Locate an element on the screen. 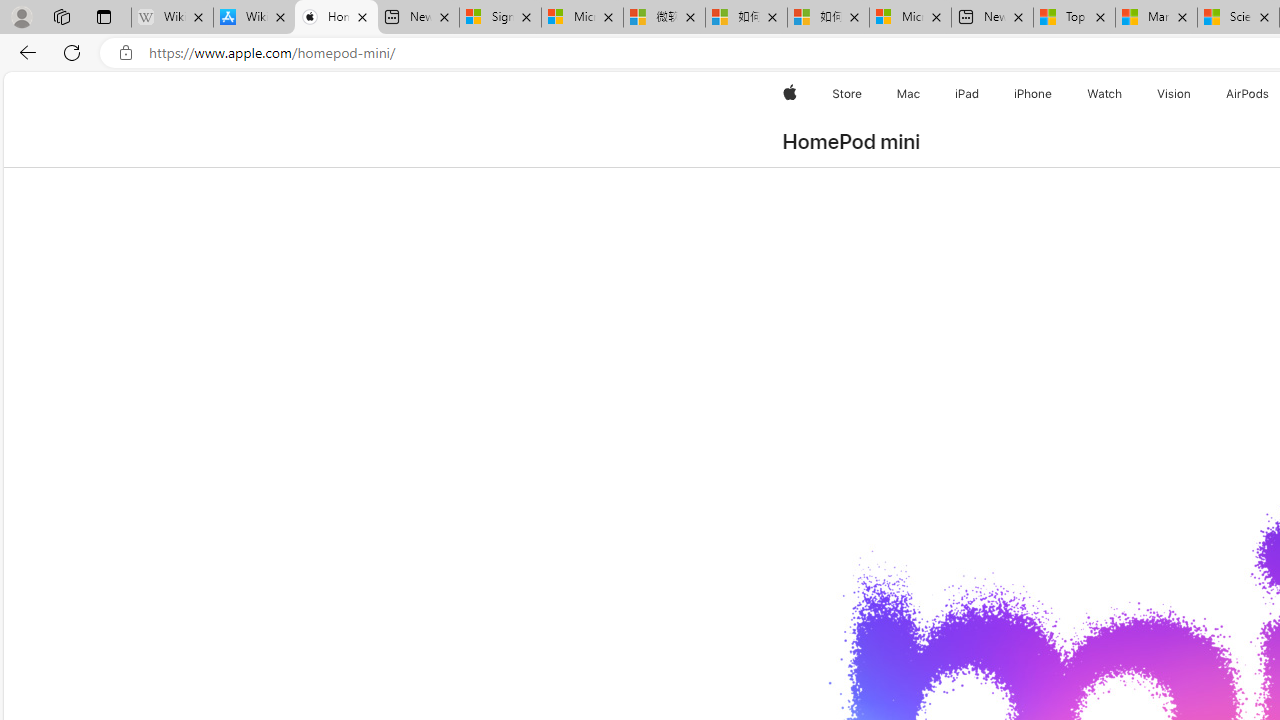 The width and height of the screenshot is (1280, 720). 'Store' is located at coordinates (846, 93).